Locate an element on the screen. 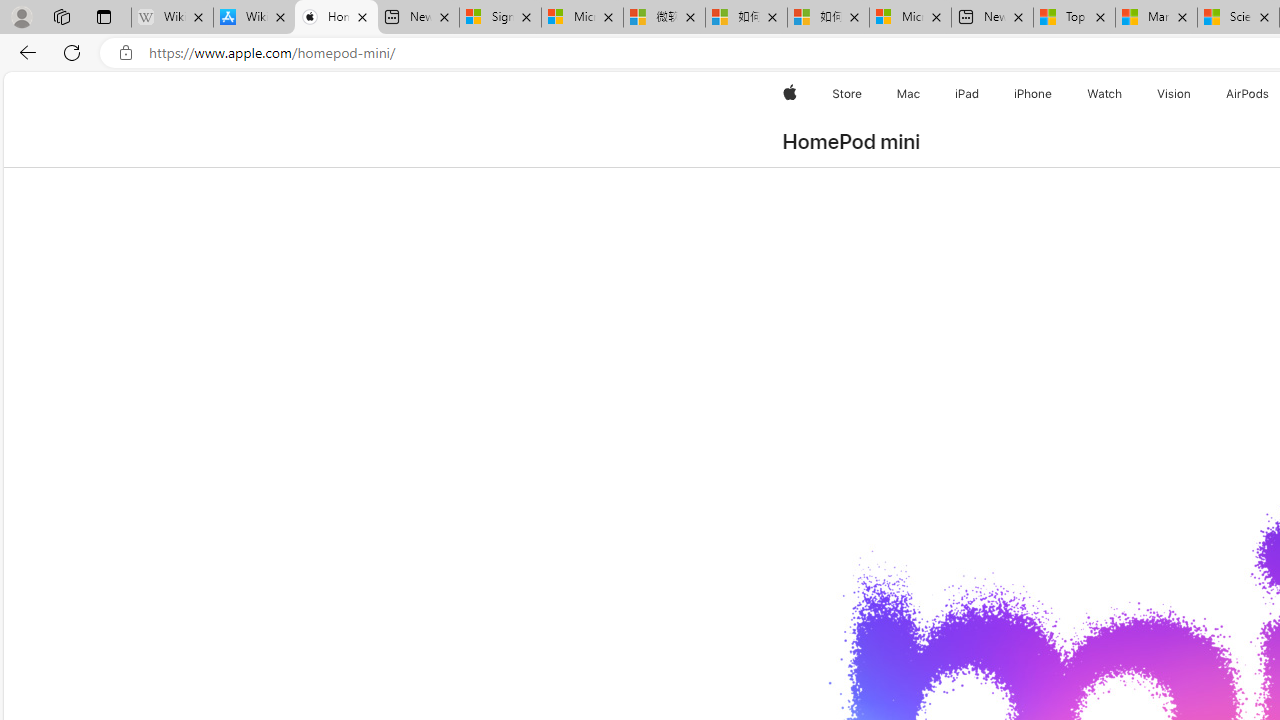 The width and height of the screenshot is (1280, 720). 'Store' is located at coordinates (846, 93).